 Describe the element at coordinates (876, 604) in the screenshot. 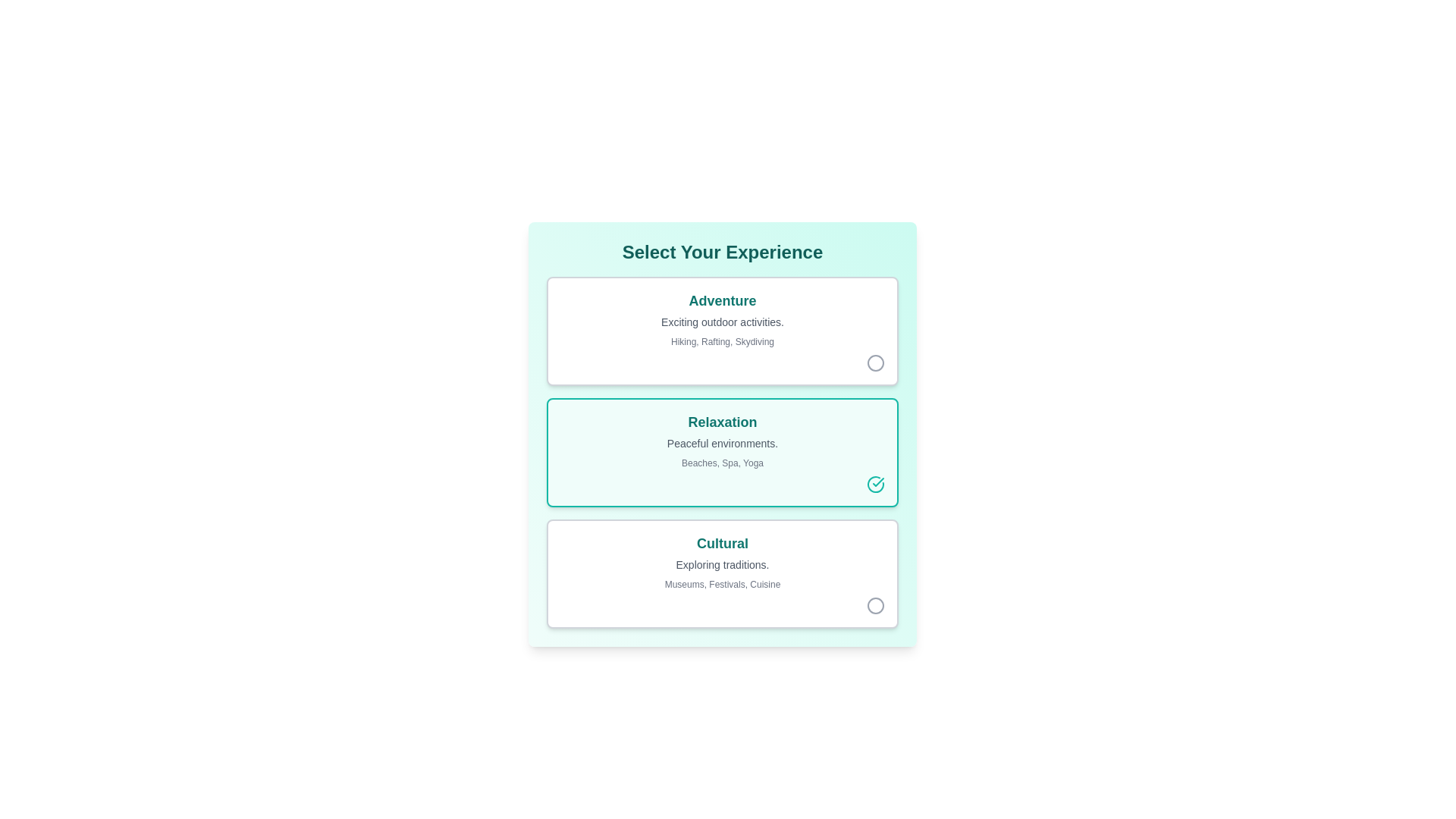

I see `the Radio button indicating the selection state for the 'Cultural' option, located at the bottom-right corner of the 'Cultural' option card` at that location.